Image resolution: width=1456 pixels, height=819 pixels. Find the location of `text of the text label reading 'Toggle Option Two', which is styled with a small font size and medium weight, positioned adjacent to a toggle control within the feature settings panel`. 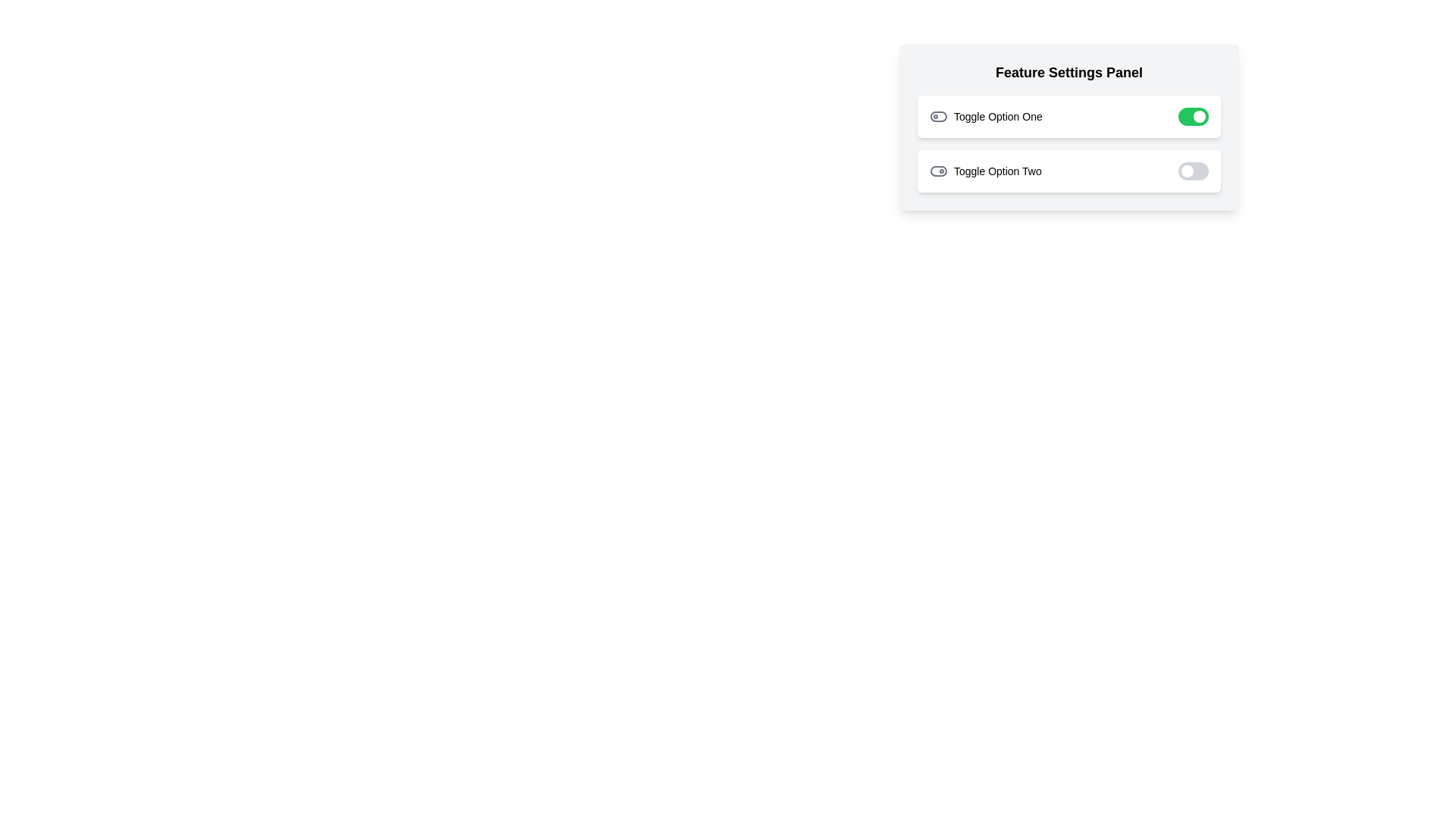

text of the text label reading 'Toggle Option Two', which is styled with a small font size and medium weight, positioned adjacent to a toggle control within the feature settings panel is located at coordinates (997, 171).